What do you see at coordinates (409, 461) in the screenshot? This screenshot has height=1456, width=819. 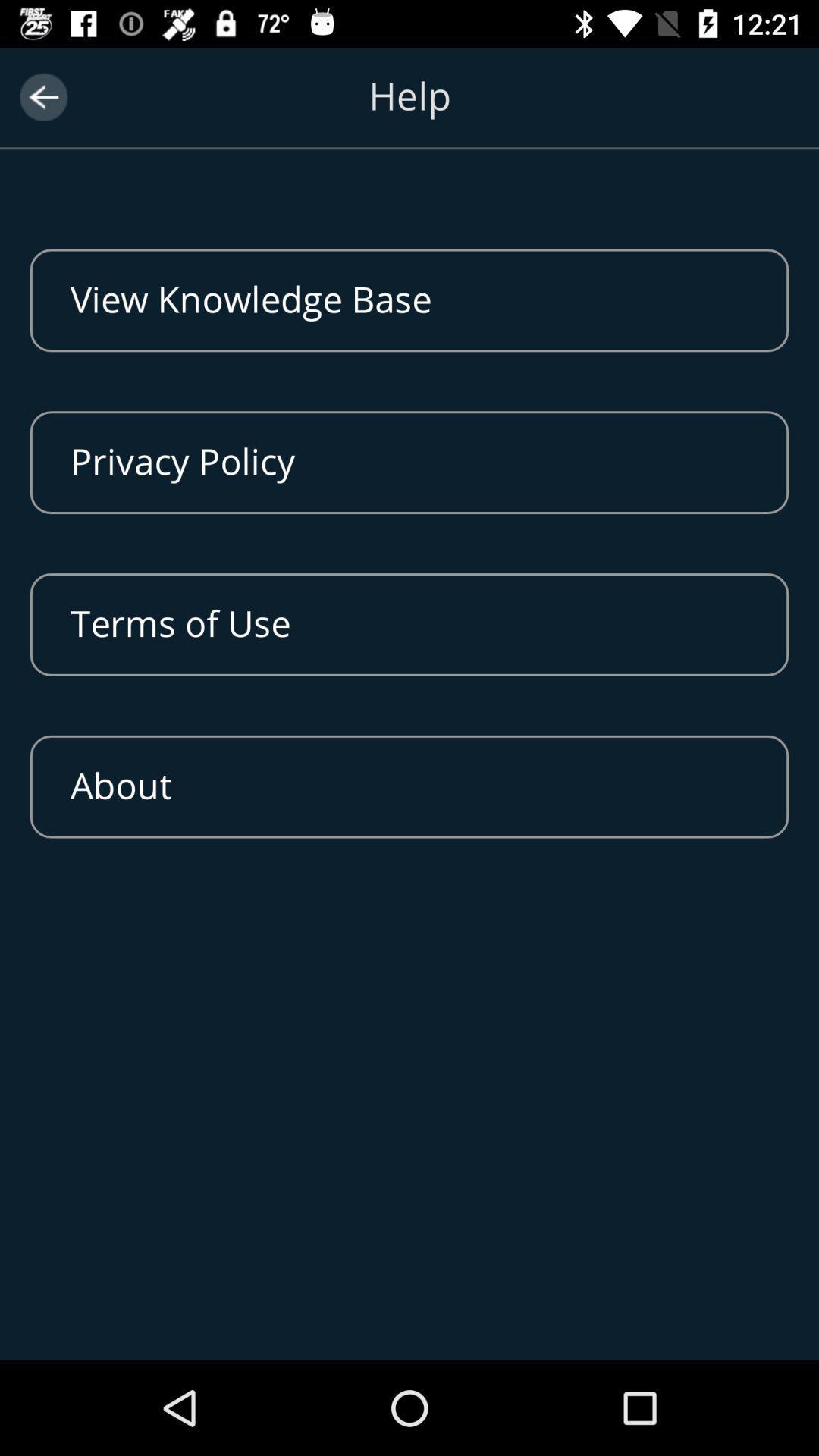 I see `the privacy policy option` at bounding box center [409, 461].